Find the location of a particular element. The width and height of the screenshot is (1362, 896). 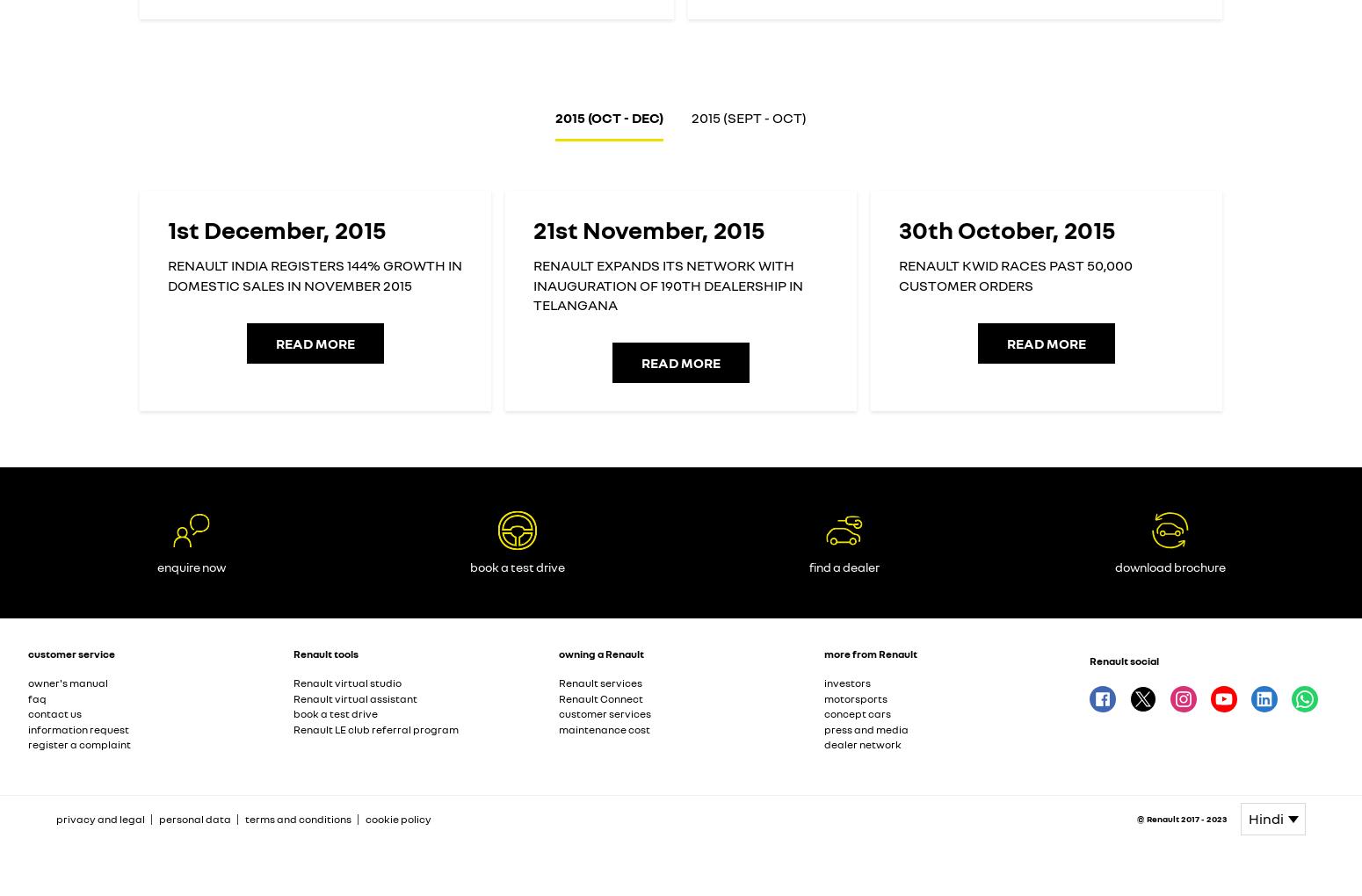

'more from Renault' is located at coordinates (870, 653).